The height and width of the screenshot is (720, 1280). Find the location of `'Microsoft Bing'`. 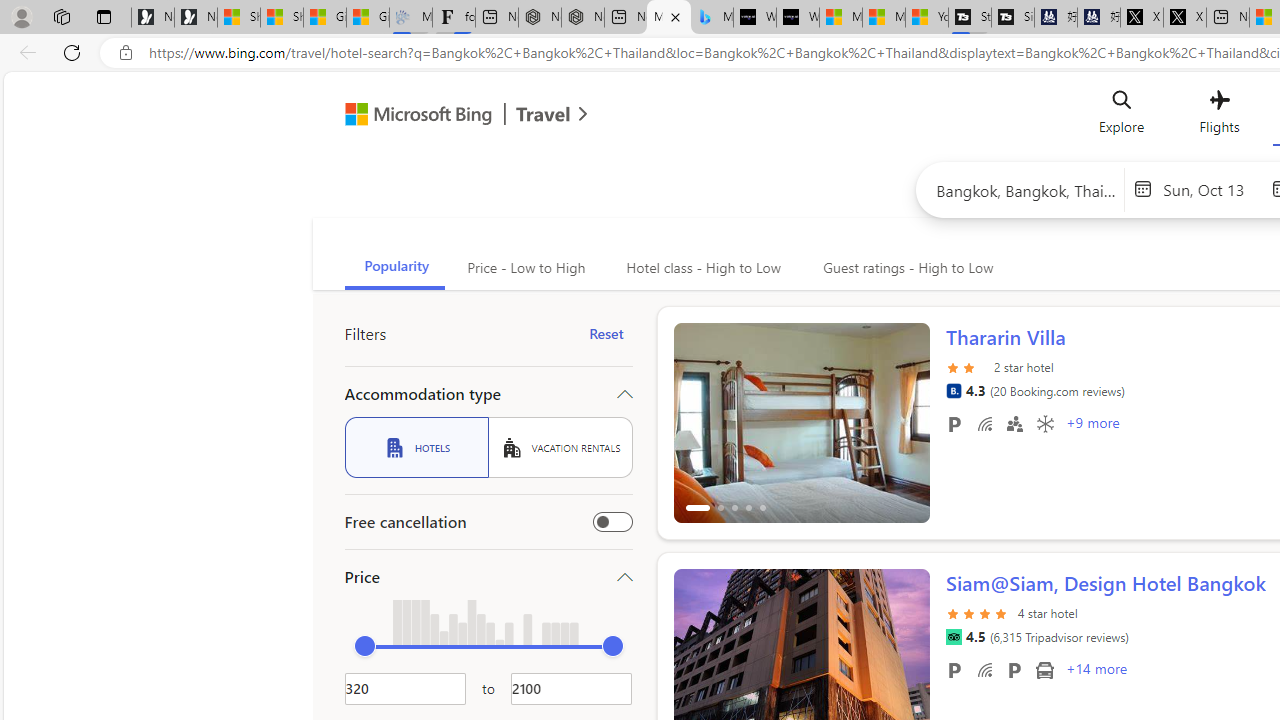

'Microsoft Bing' is located at coordinates (409, 117).